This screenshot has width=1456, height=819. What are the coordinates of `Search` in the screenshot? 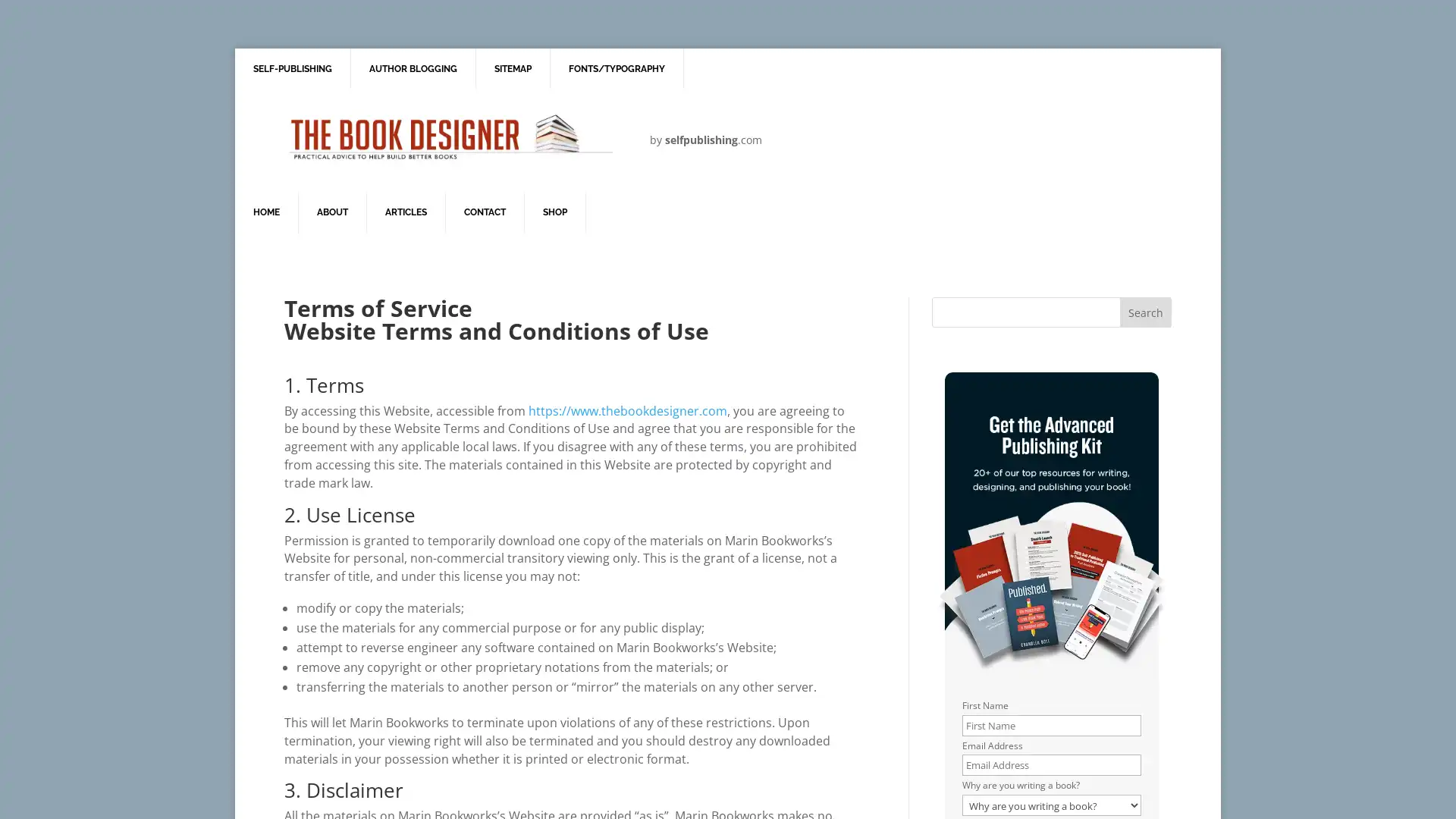 It's located at (1145, 312).